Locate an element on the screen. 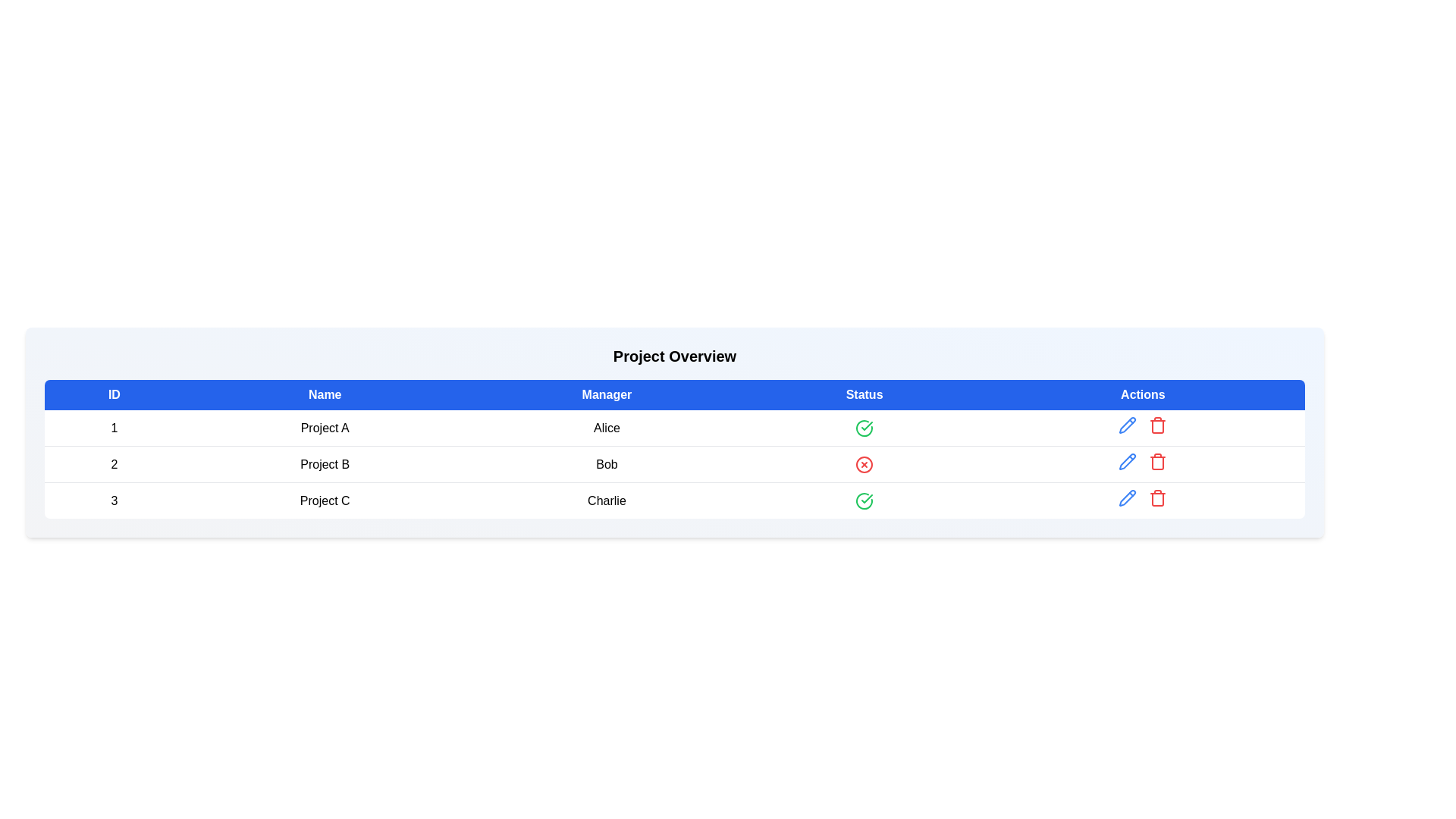 The width and height of the screenshot is (1456, 819). identifier '3' displayed in bold in the first column of the table under the header 'ID', specifically at the third row is located at coordinates (113, 500).